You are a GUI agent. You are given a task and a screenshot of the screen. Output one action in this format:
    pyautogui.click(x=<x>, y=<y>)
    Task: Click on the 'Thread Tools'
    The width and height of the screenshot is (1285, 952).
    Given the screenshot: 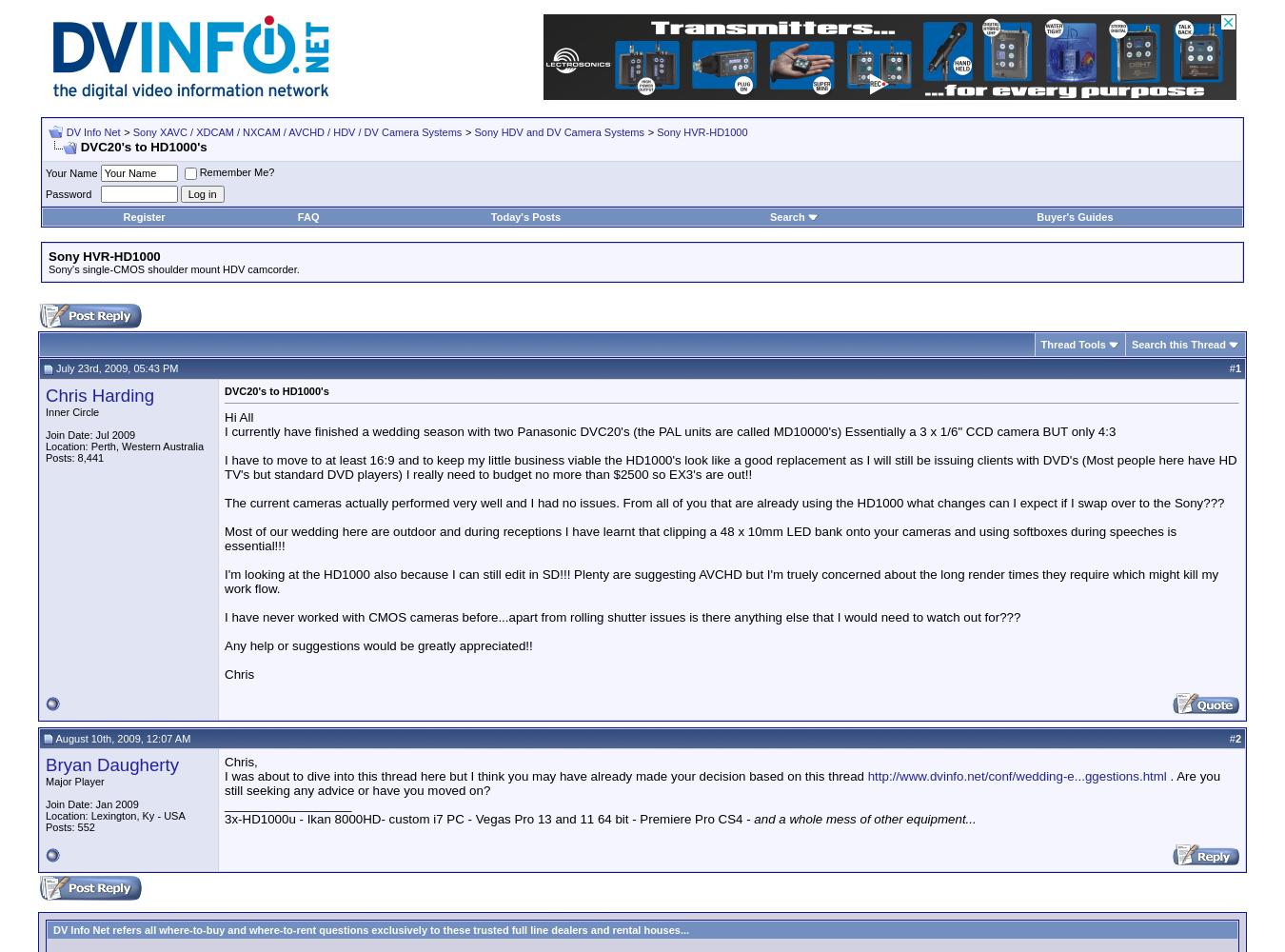 What is the action you would take?
    pyautogui.click(x=1071, y=343)
    